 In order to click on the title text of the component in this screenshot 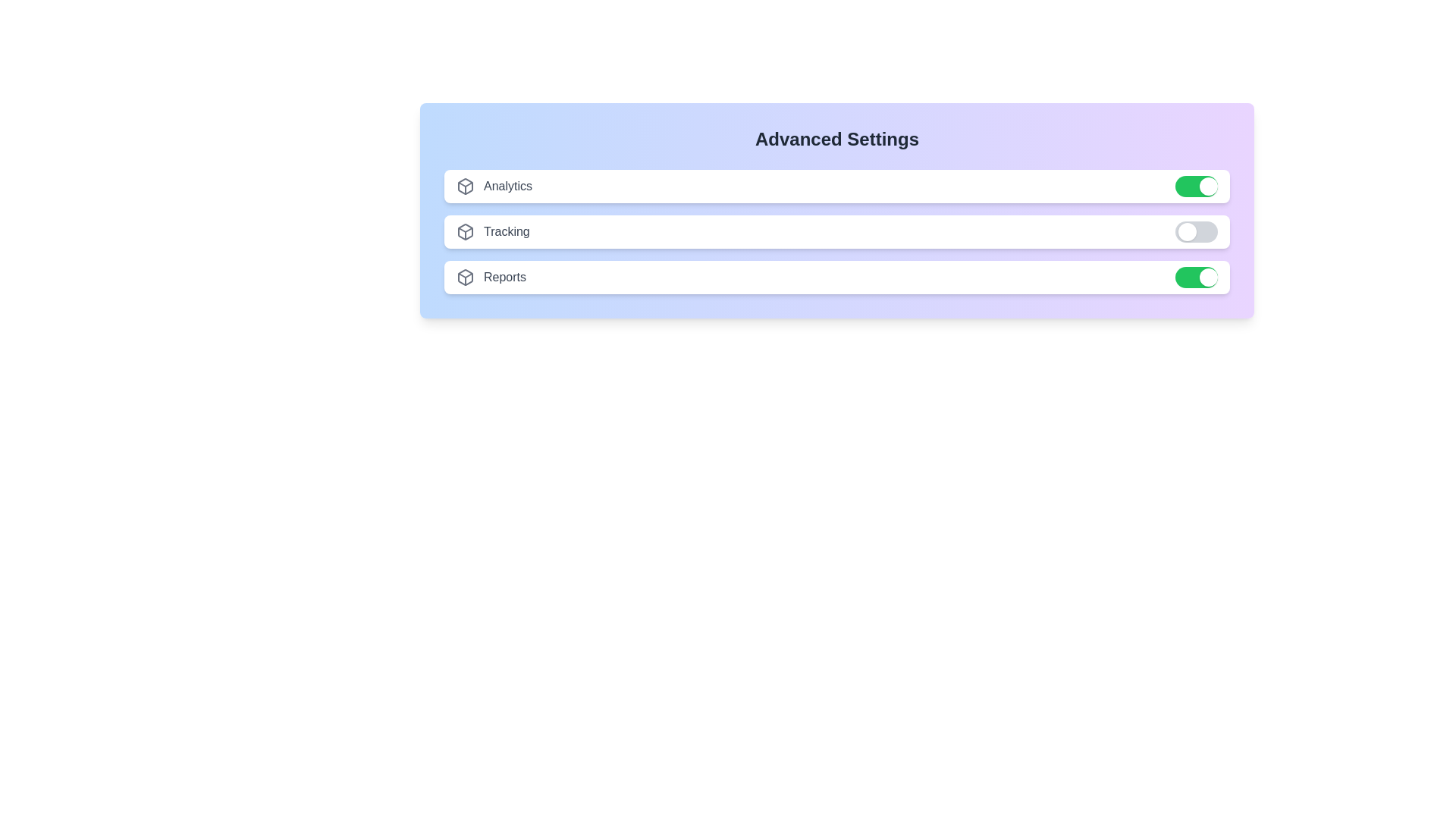, I will do `click(836, 140)`.